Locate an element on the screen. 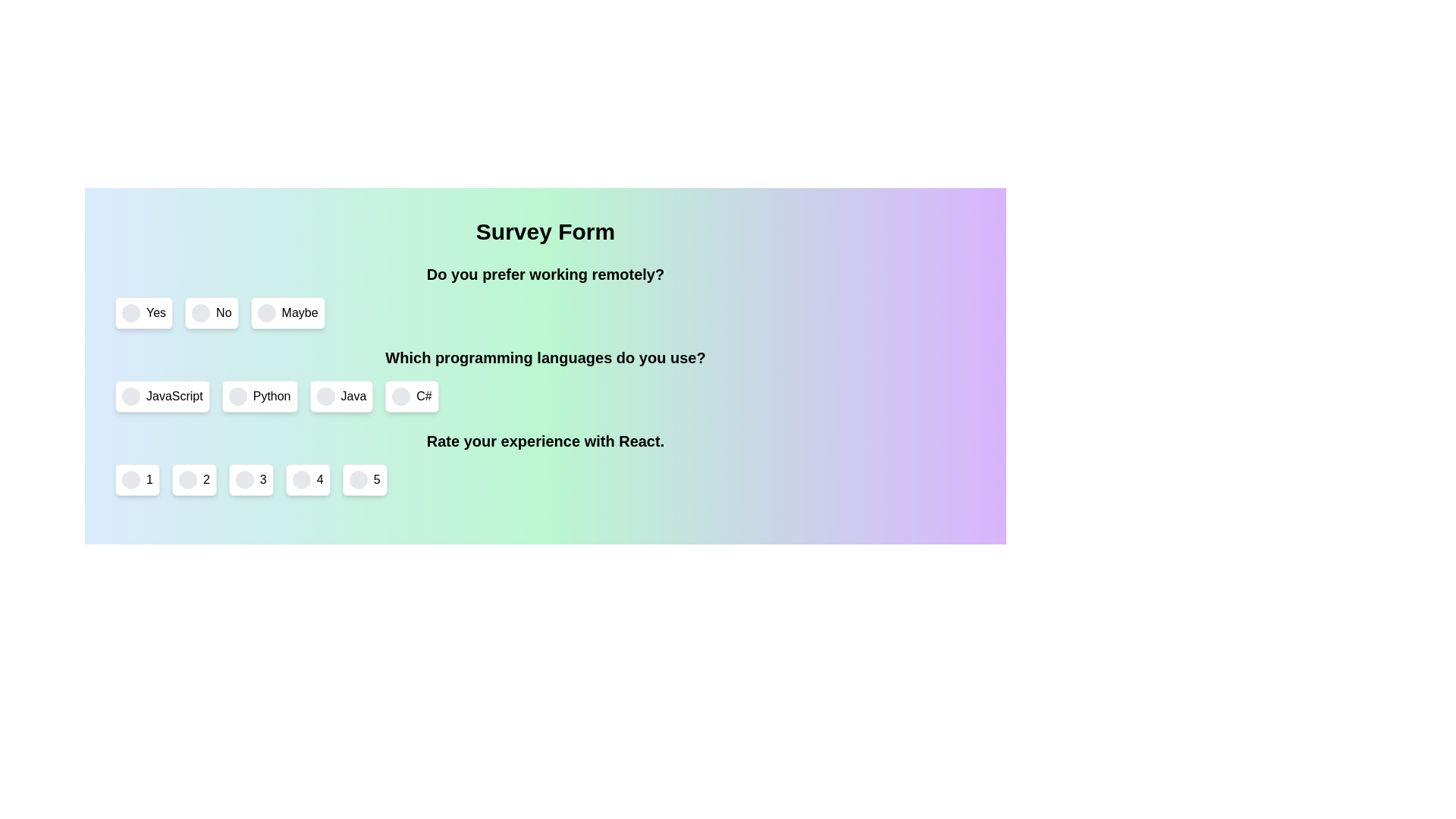  the selection on the Rating Widget located towards the bottom of the central section of the interface, below the 'Which programming languages do you use?' section is located at coordinates (545, 462).